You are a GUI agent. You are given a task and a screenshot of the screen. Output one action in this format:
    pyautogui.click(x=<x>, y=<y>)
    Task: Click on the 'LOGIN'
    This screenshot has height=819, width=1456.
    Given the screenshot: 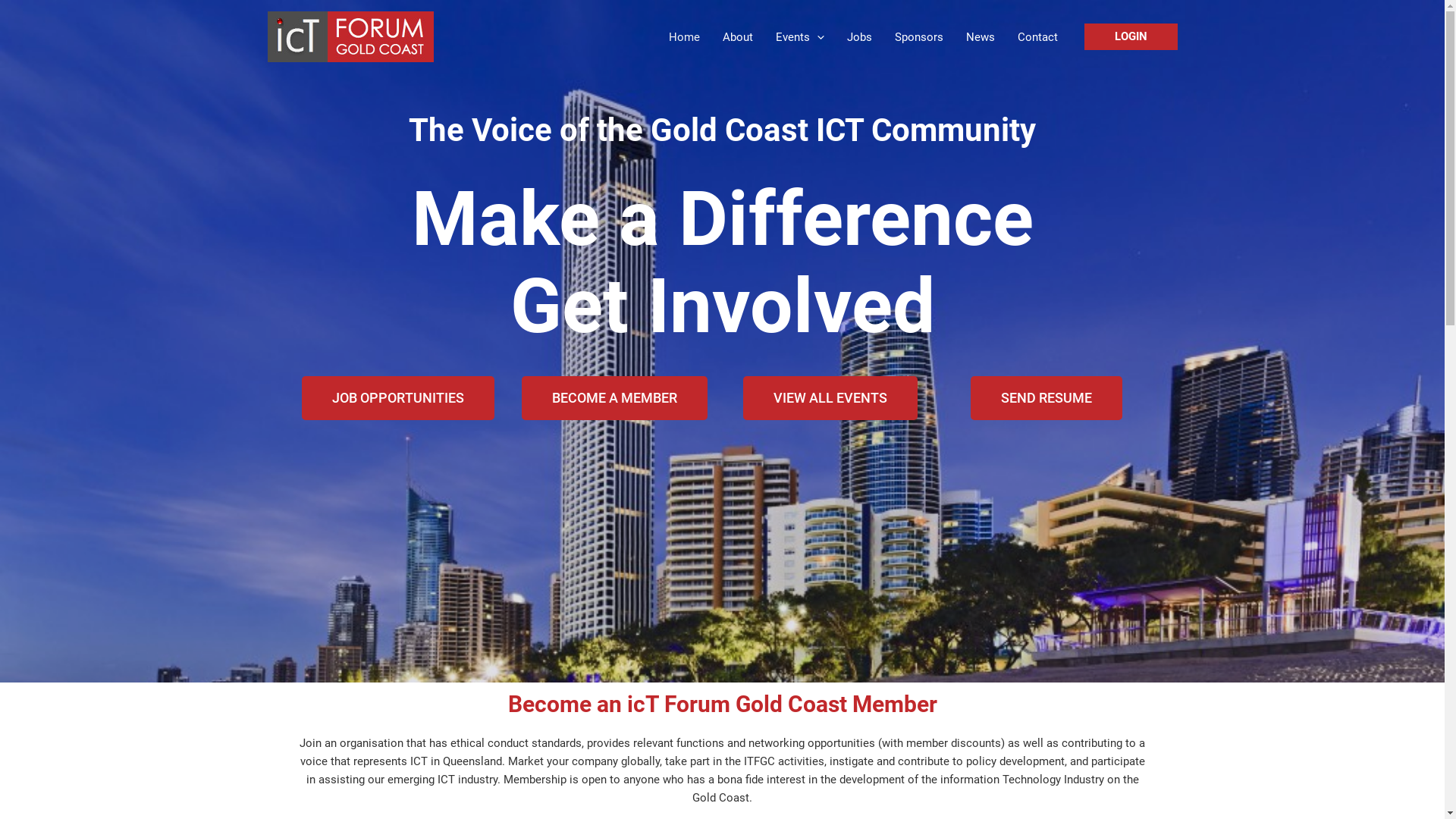 What is the action you would take?
    pyautogui.click(x=1131, y=36)
    